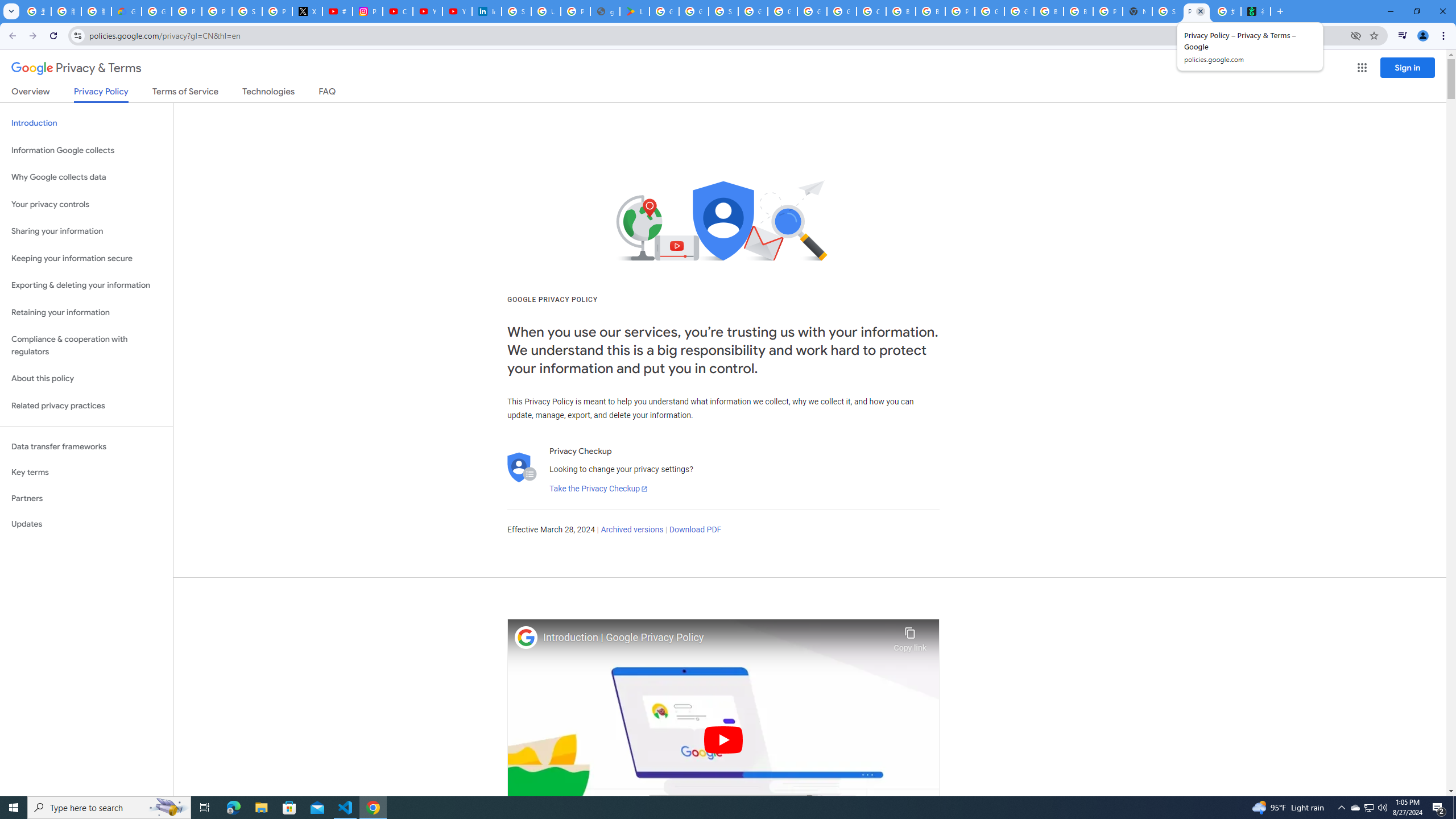 The height and width of the screenshot is (819, 1456). What do you see at coordinates (723, 739) in the screenshot?
I see `'Play'` at bounding box center [723, 739].